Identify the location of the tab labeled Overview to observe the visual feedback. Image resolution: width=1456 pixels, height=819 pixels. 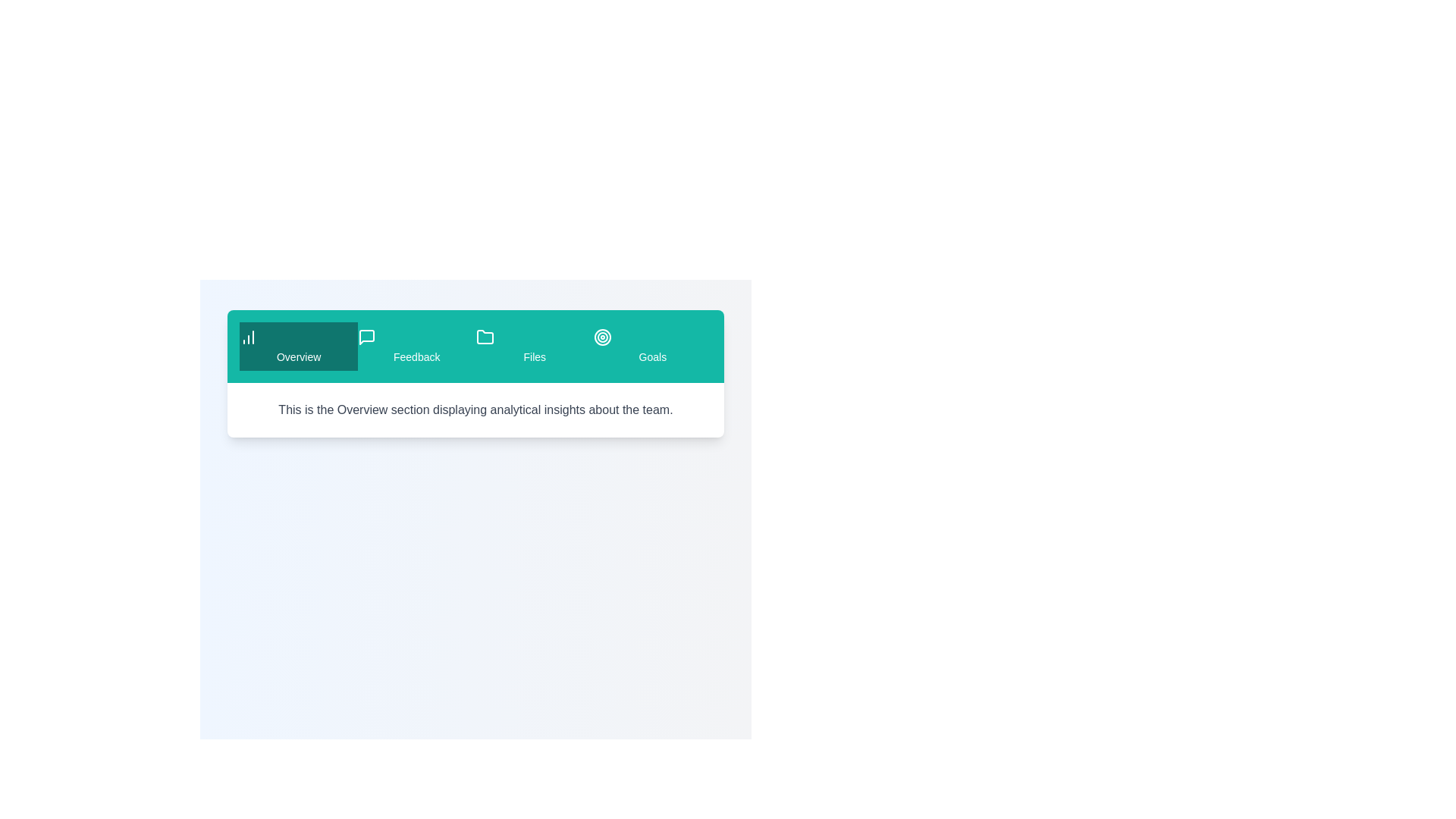
(299, 346).